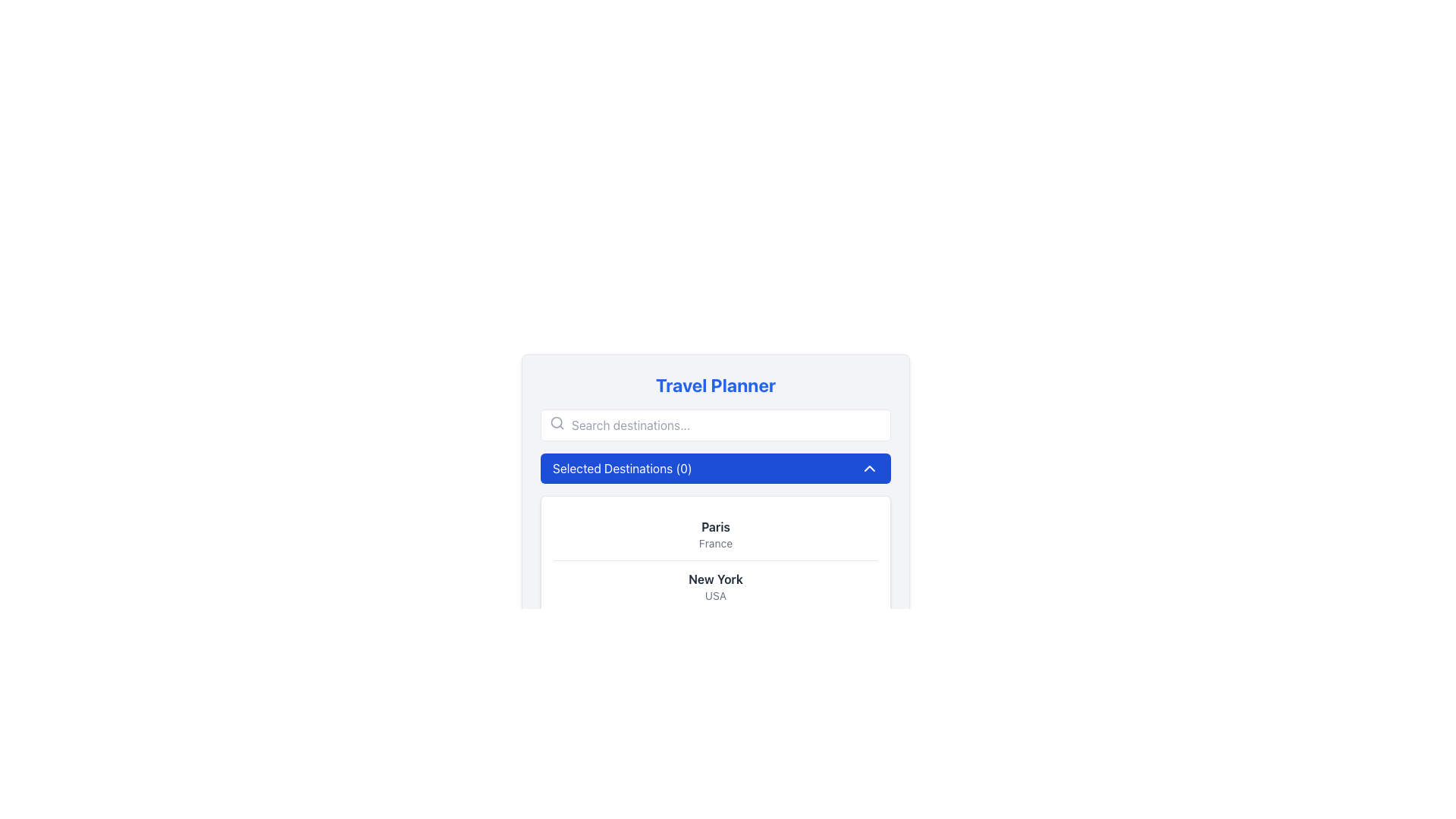  What do you see at coordinates (715, 526) in the screenshot?
I see `text label displaying 'Paris', which is styled in bold, dark gray and located near the top of the 'Selected Destinations' section, above the text 'France'` at bounding box center [715, 526].